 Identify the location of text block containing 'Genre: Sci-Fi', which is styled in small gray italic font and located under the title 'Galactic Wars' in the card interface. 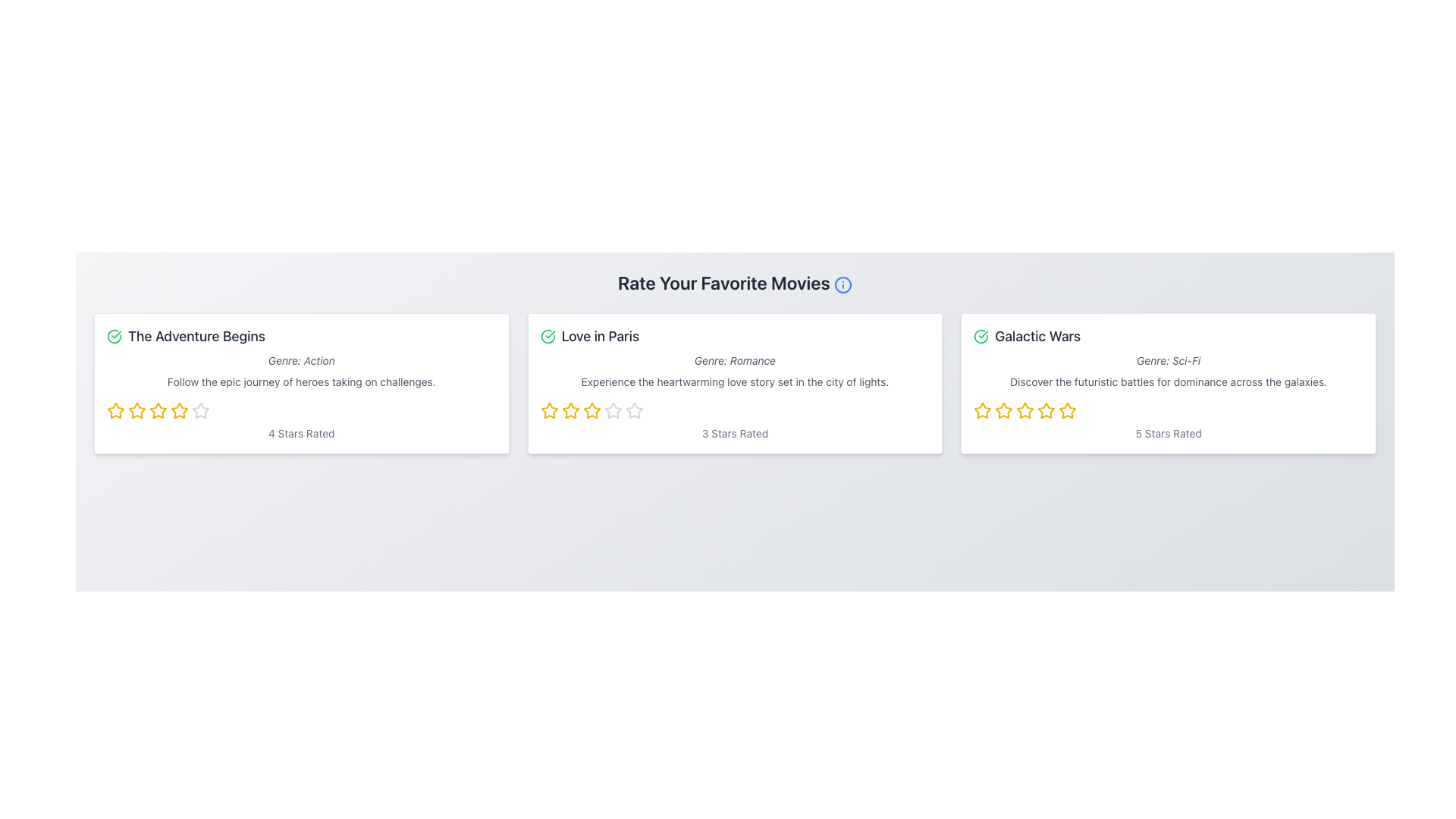
(1168, 360).